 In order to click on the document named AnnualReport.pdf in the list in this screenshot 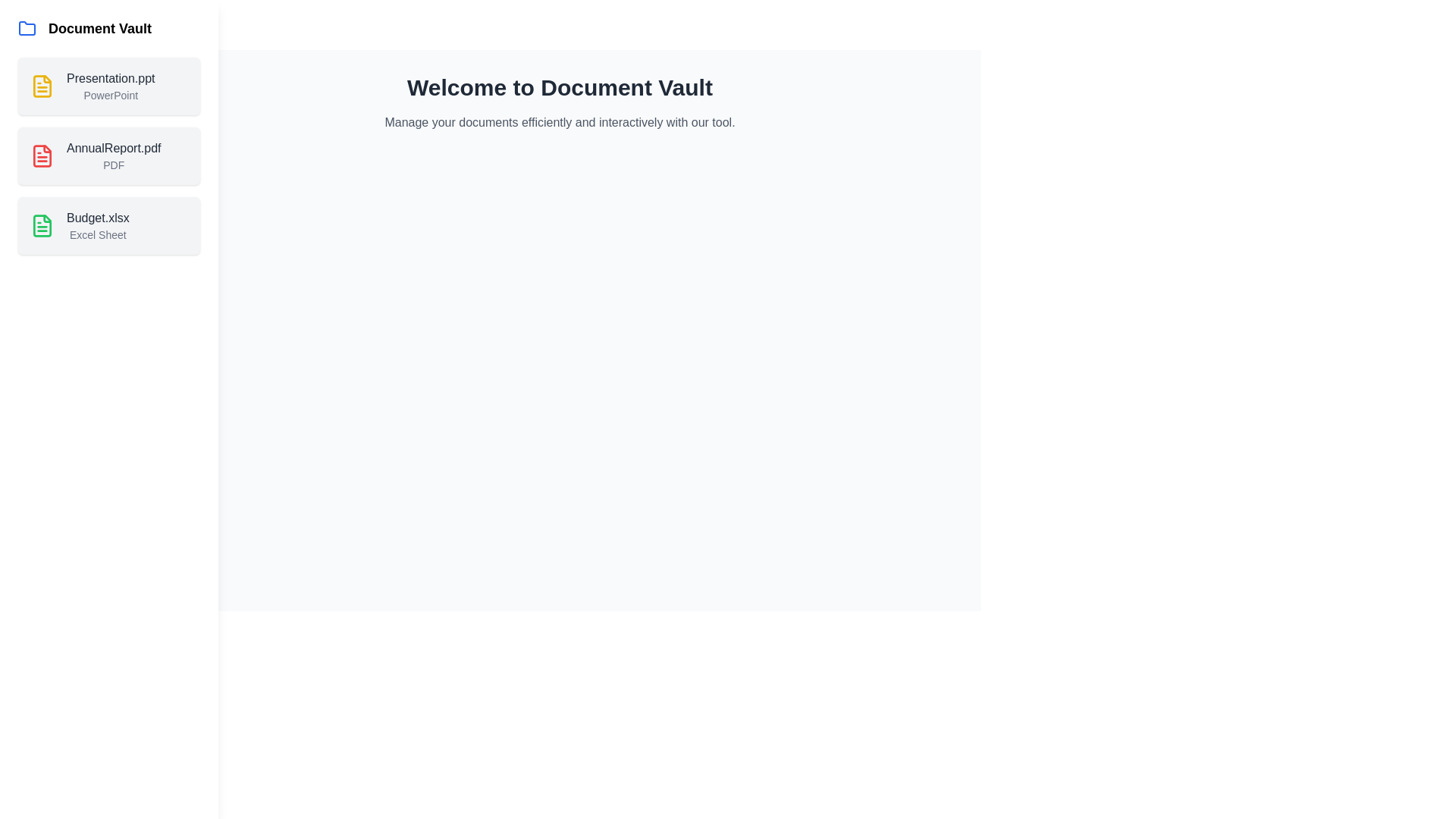, I will do `click(108, 155)`.